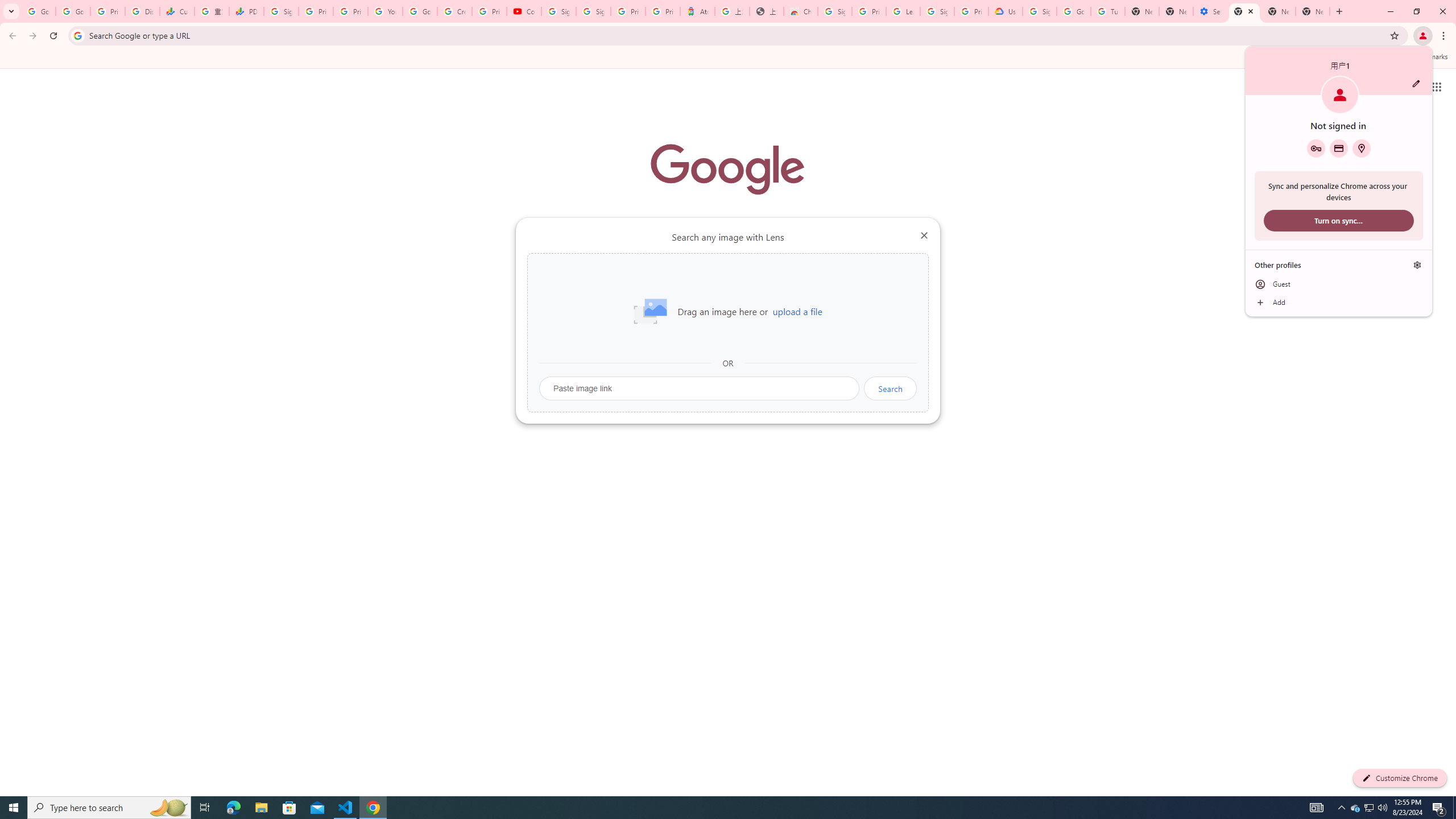 Image resolution: width=1456 pixels, height=819 pixels. I want to click on 'Search highlights icon opens search home window', so click(167, 806).